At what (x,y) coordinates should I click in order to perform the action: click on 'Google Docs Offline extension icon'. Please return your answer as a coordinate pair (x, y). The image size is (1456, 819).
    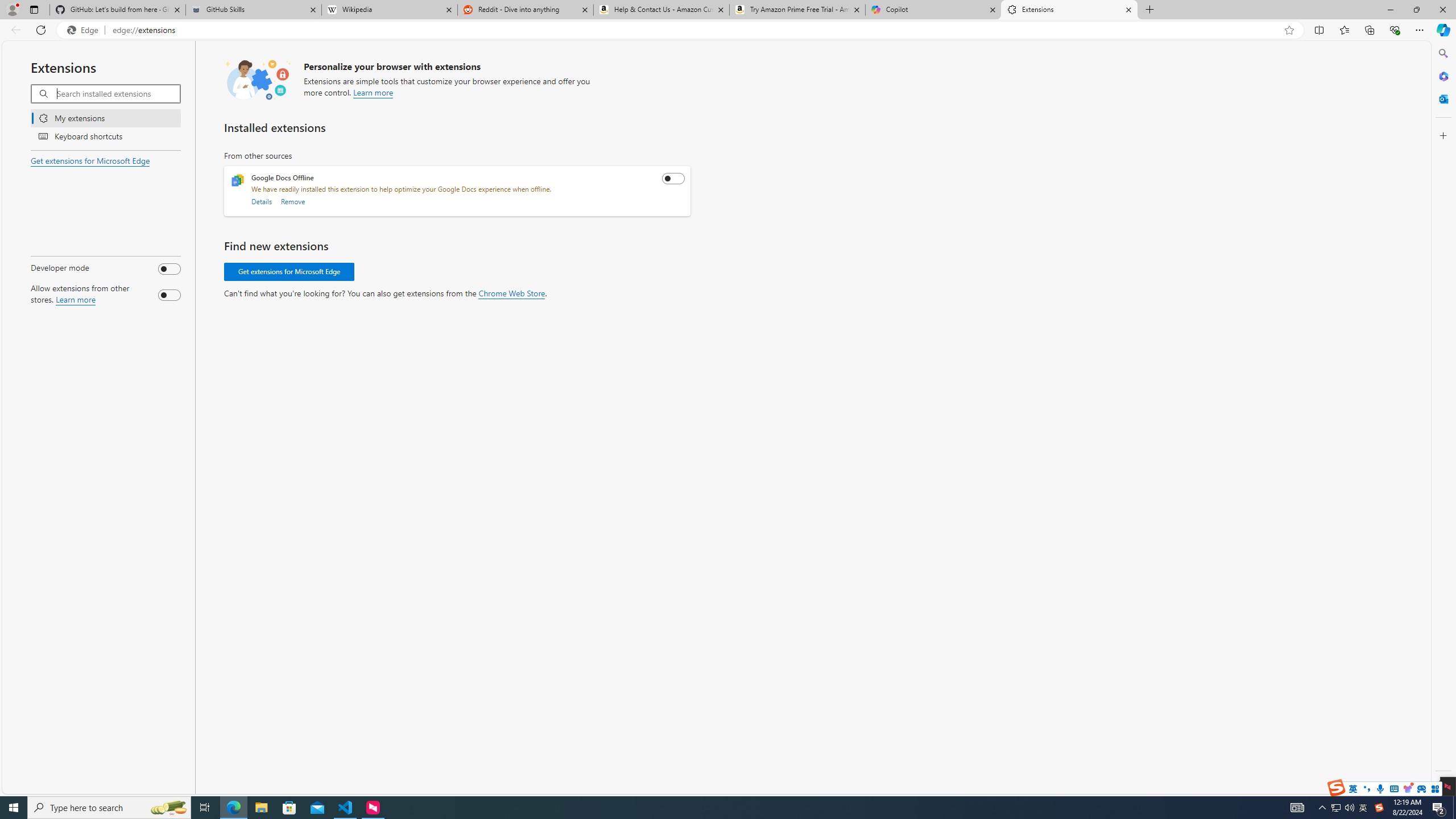
    Looking at the image, I should click on (237, 179).